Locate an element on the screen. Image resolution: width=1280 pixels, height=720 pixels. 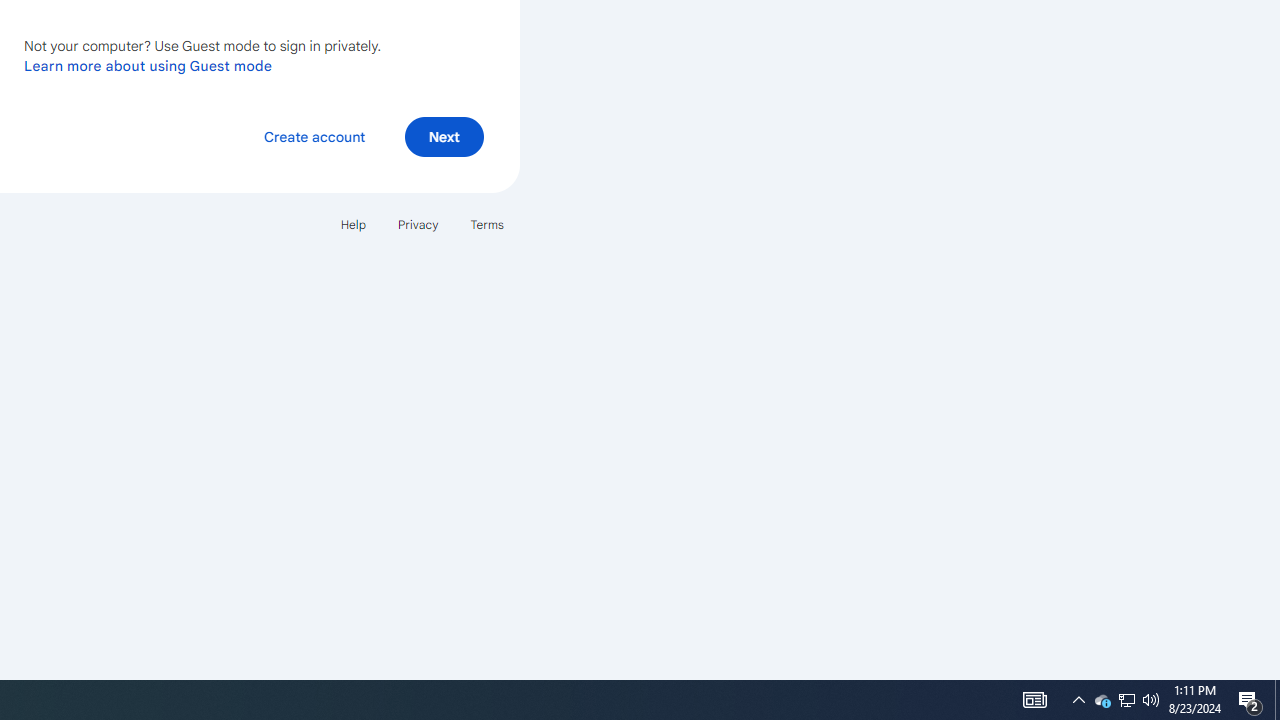
'Create account' is located at coordinates (313, 135).